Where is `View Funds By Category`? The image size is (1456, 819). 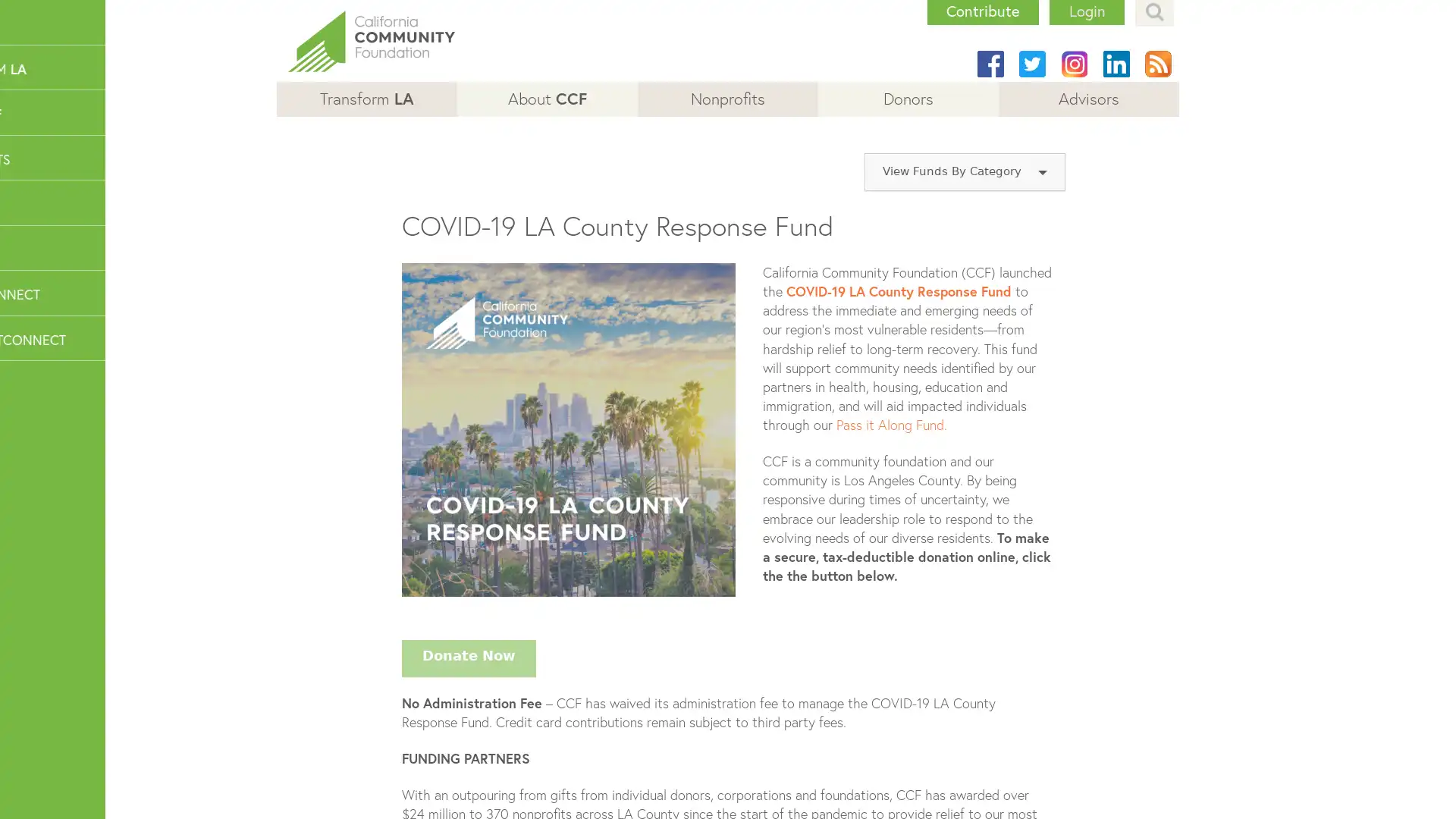 View Funds By Category is located at coordinates (964, 171).